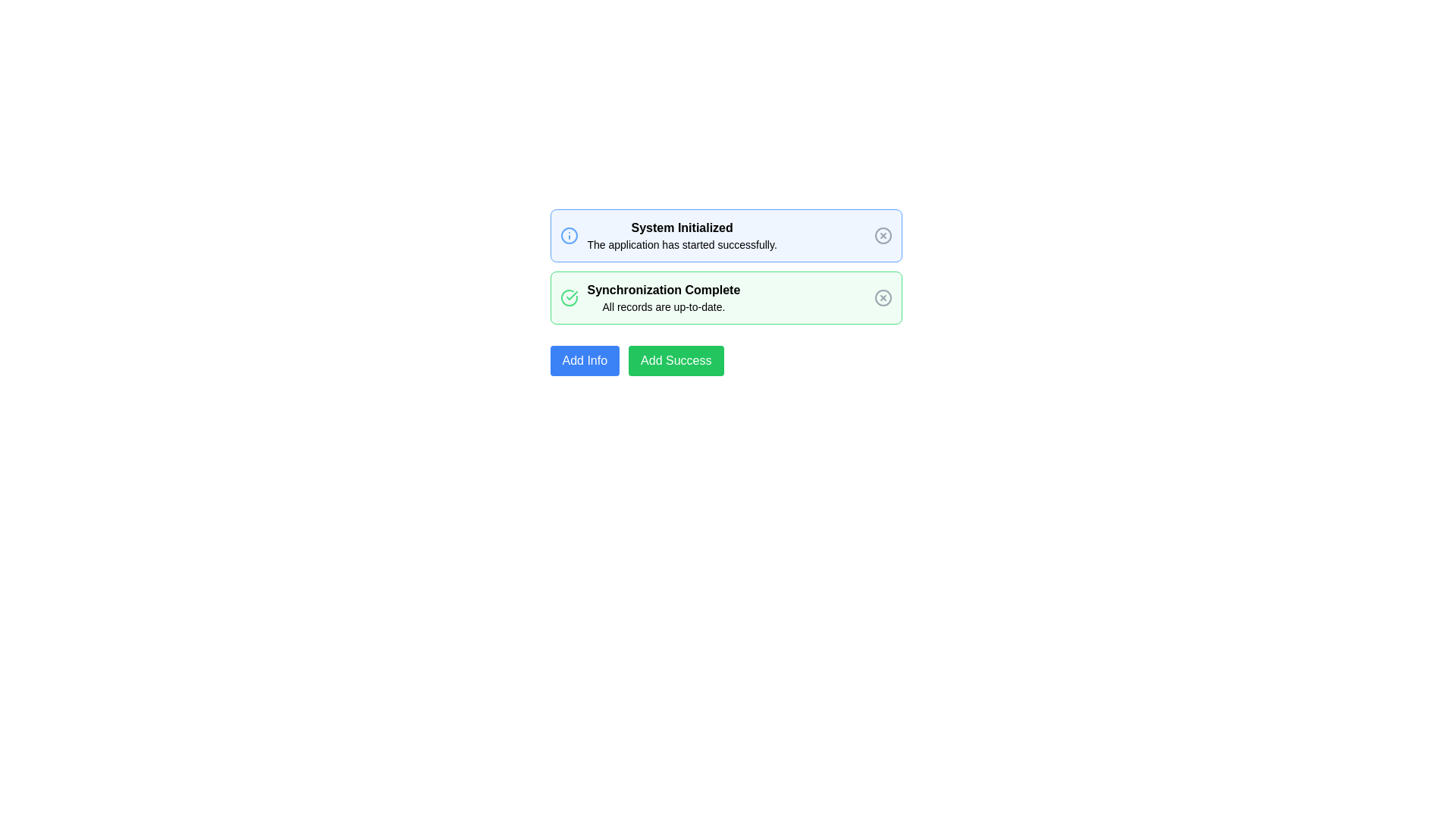  Describe the element at coordinates (681, 236) in the screenshot. I see `message displayed in the text block that states 'System Initialized' and 'The application has started successfully', located within a light blue rectangular area in the upper half of the application interface` at that location.